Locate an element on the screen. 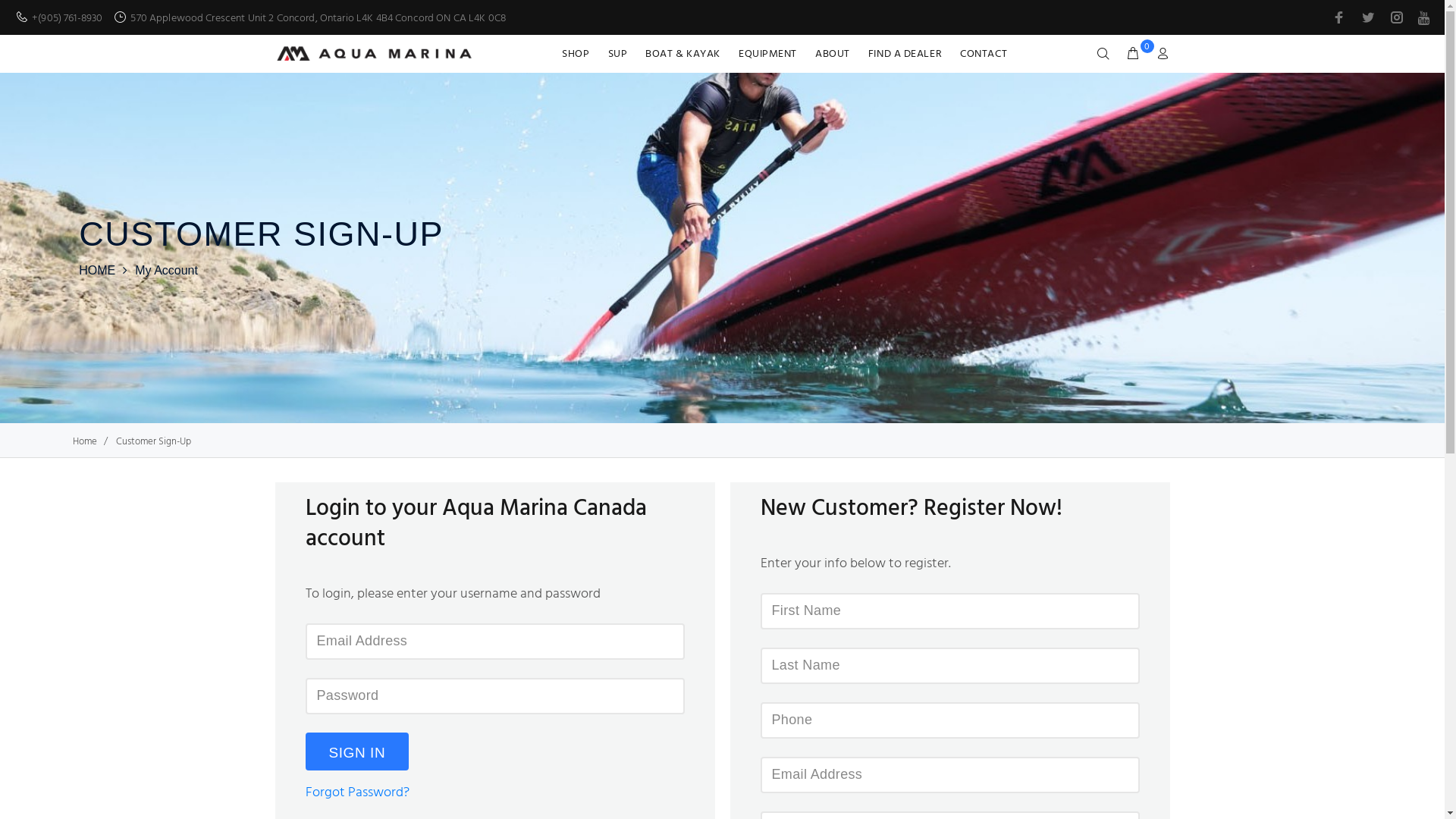 This screenshot has width=1456, height=819. 'Last Name' is located at coordinates (949, 665).